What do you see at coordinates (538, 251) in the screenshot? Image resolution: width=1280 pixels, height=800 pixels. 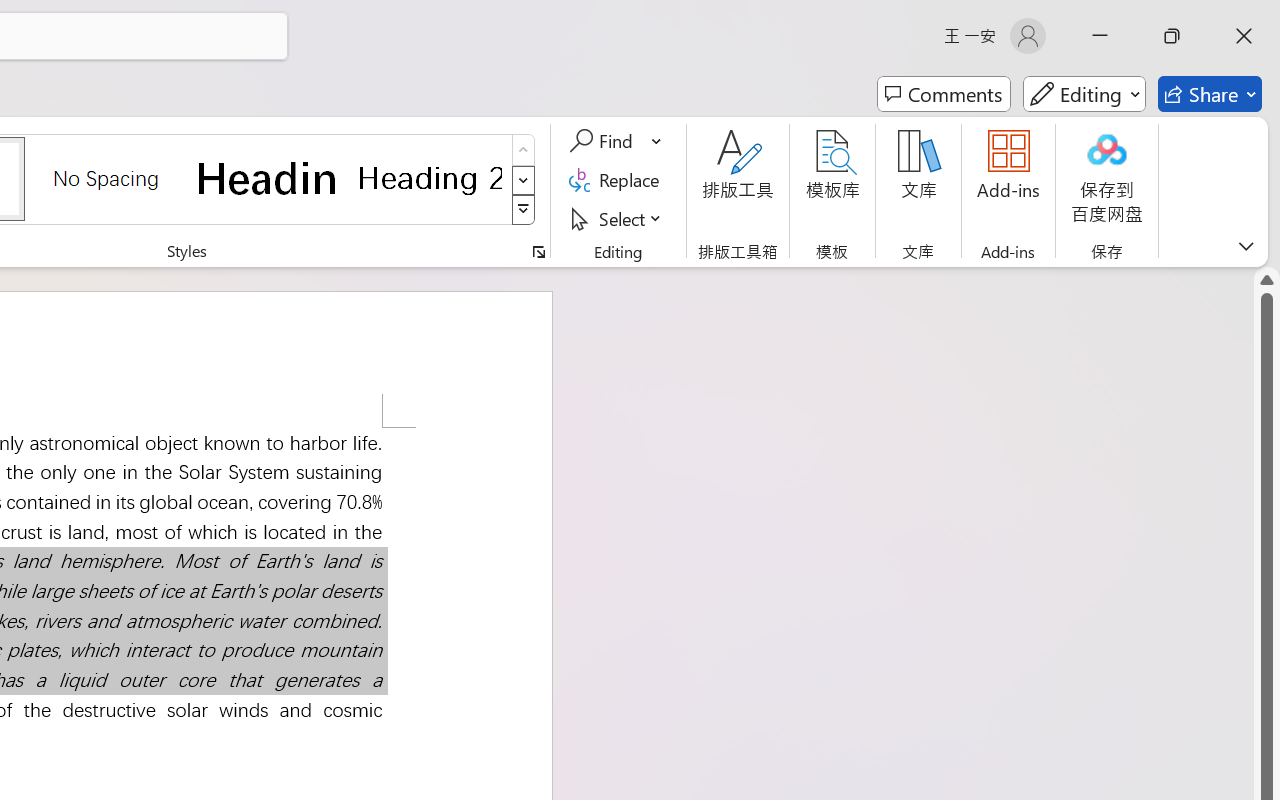 I see `'Styles...'` at bounding box center [538, 251].